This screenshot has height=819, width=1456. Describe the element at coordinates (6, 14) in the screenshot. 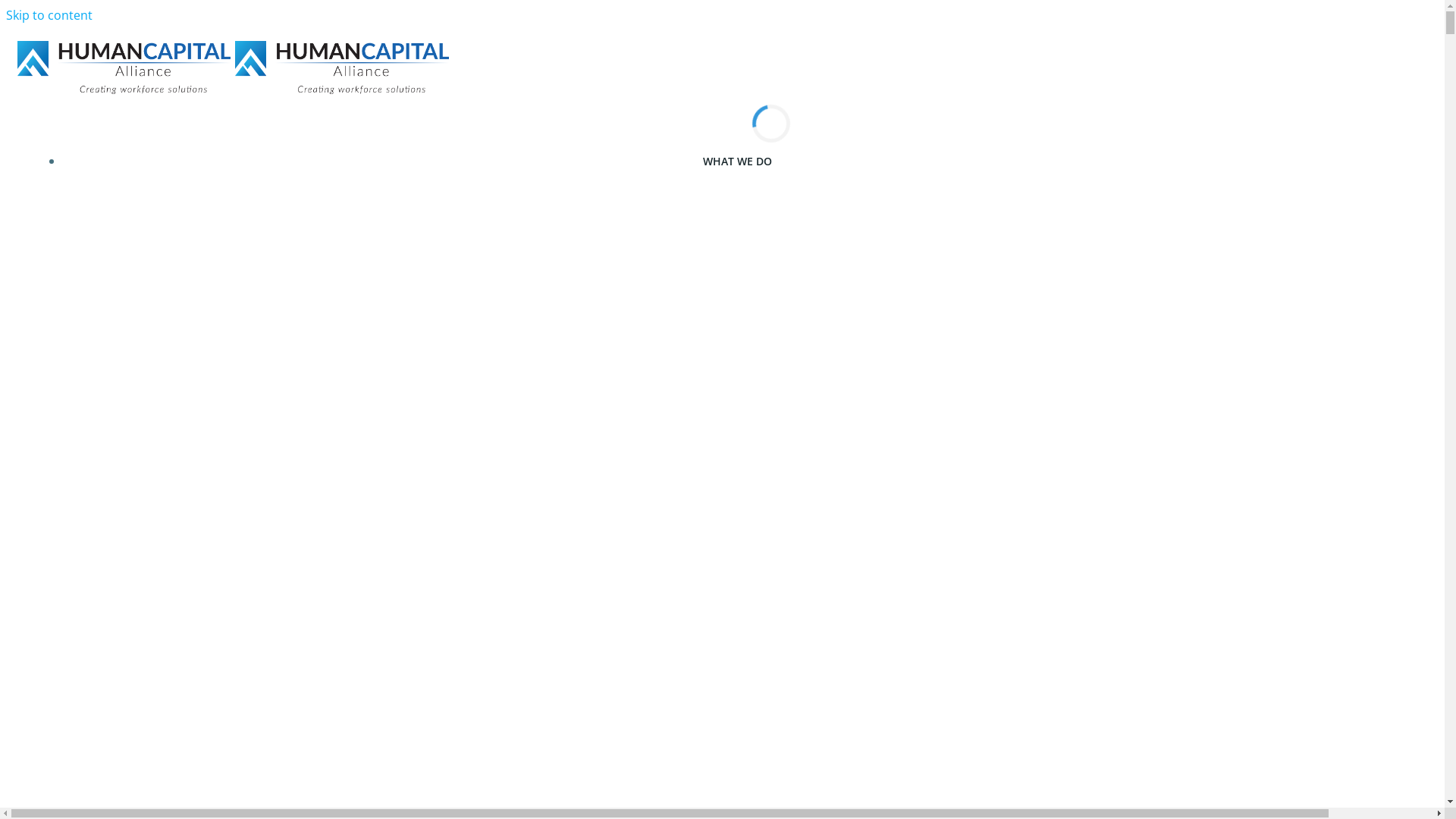

I see `'Skip to content'` at that location.